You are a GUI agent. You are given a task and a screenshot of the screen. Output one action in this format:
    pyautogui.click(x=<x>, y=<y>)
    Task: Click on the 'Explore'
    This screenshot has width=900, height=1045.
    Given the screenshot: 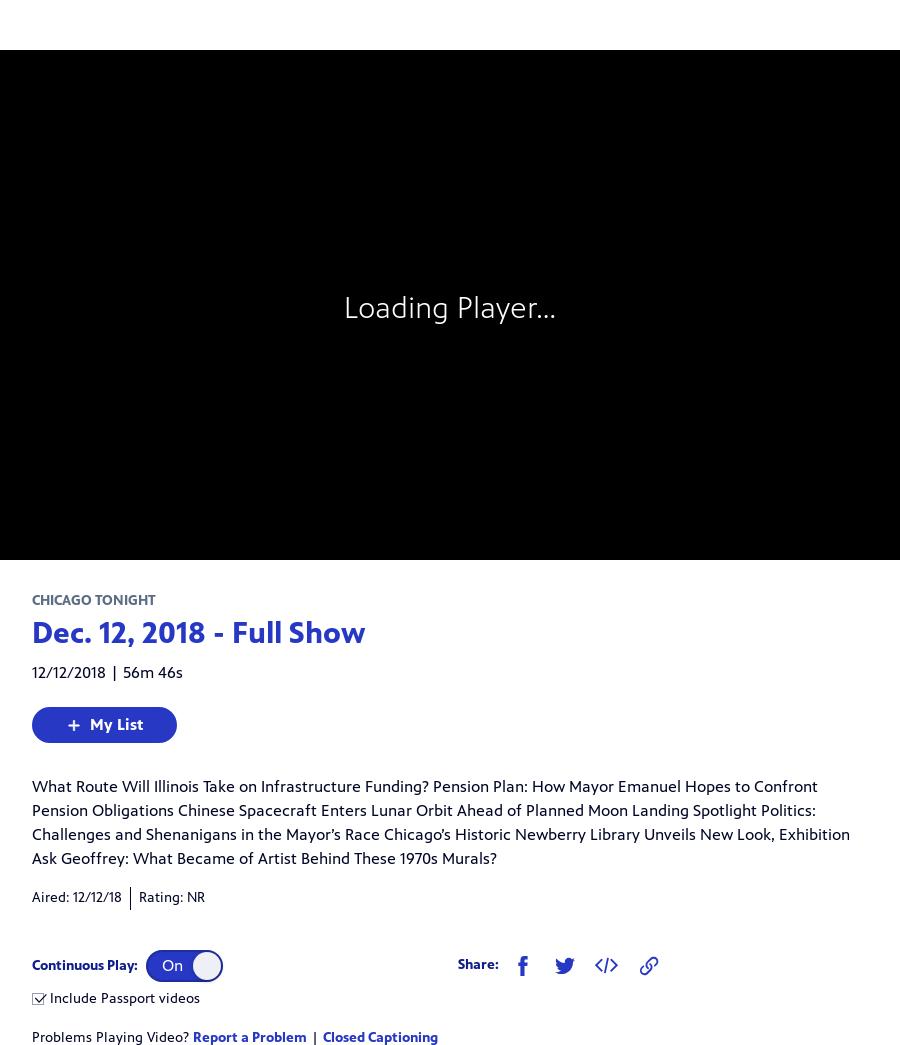 What is the action you would take?
    pyautogui.click(x=23, y=257)
    